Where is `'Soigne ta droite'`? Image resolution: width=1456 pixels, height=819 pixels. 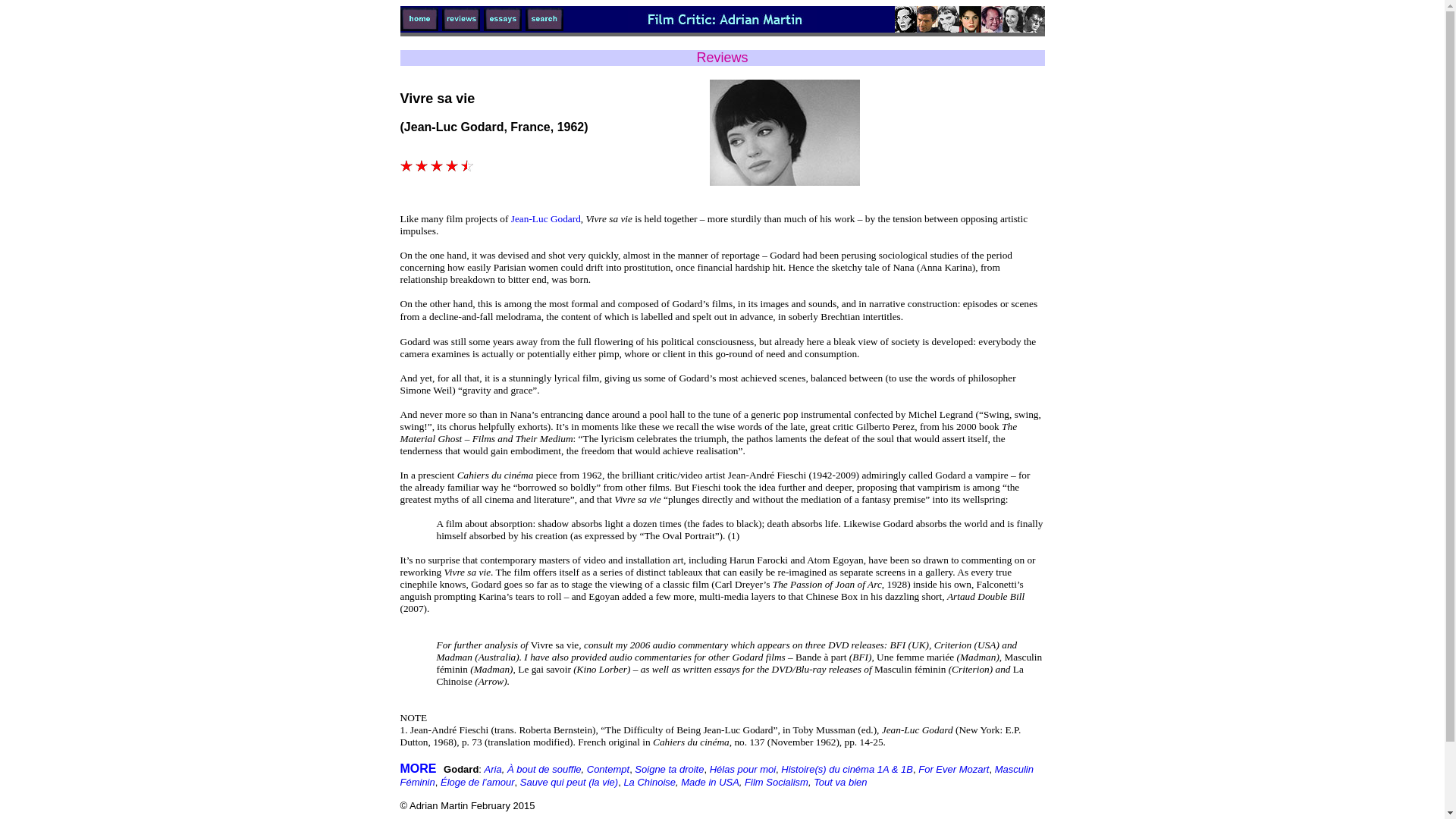
'Soigne ta droite' is located at coordinates (668, 769).